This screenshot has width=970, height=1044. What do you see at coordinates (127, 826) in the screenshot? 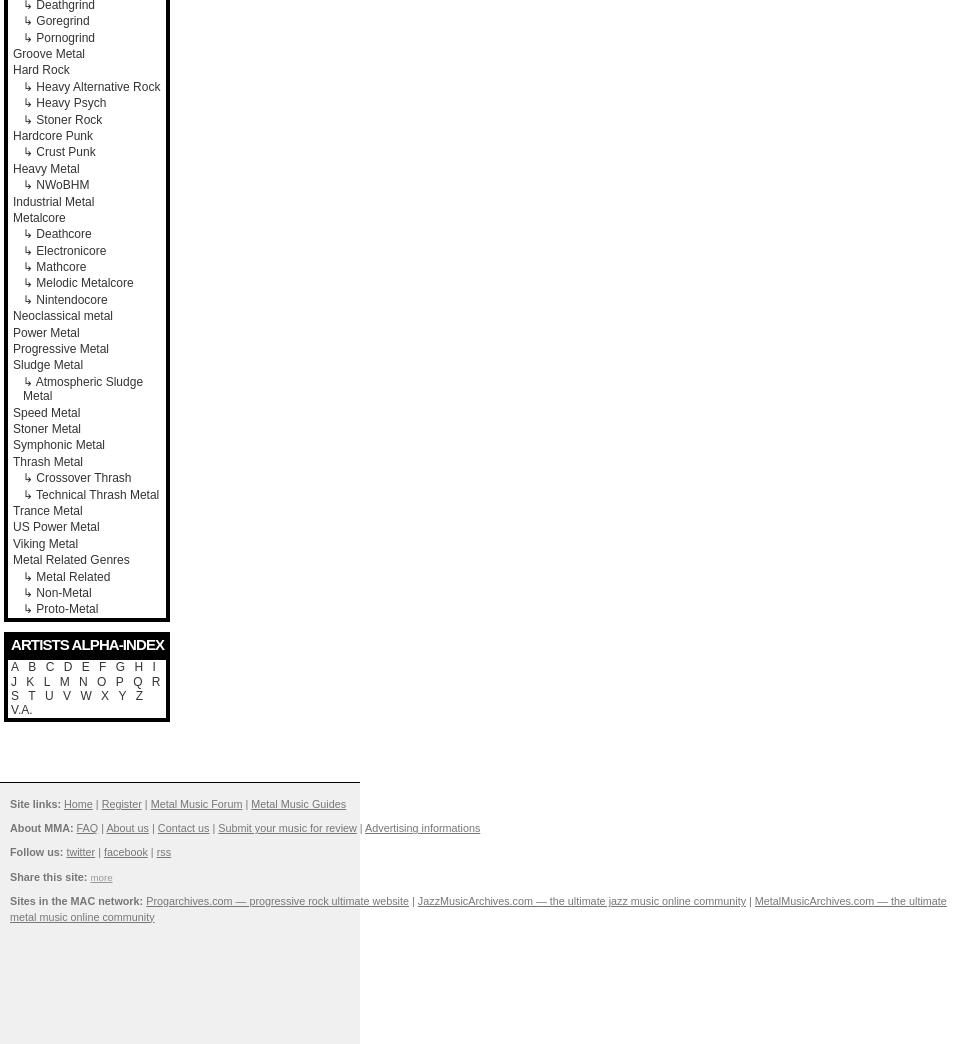
I see `'About us'` at bounding box center [127, 826].